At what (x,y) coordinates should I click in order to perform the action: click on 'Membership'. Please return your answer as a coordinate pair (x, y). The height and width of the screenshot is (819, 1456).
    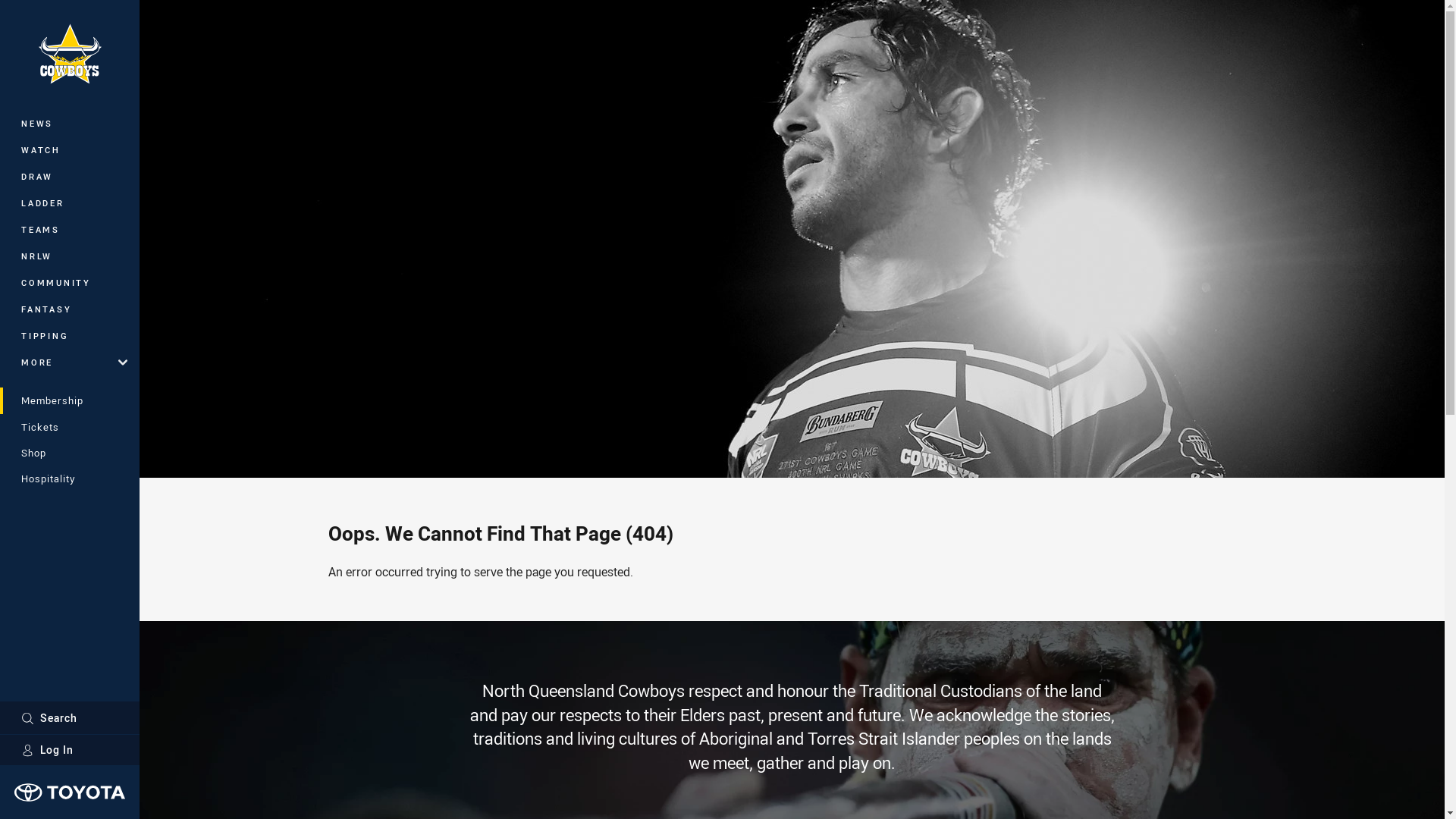
    Looking at the image, I should click on (0, 400).